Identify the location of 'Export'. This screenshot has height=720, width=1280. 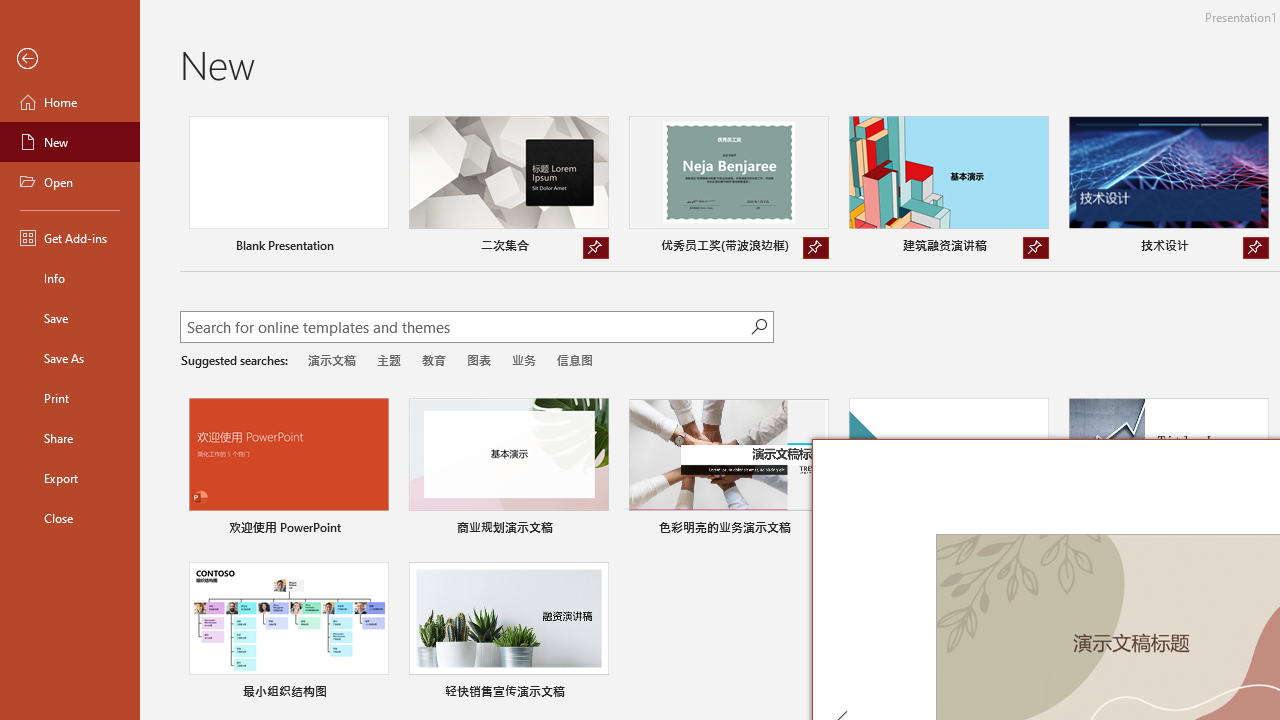
(69, 478).